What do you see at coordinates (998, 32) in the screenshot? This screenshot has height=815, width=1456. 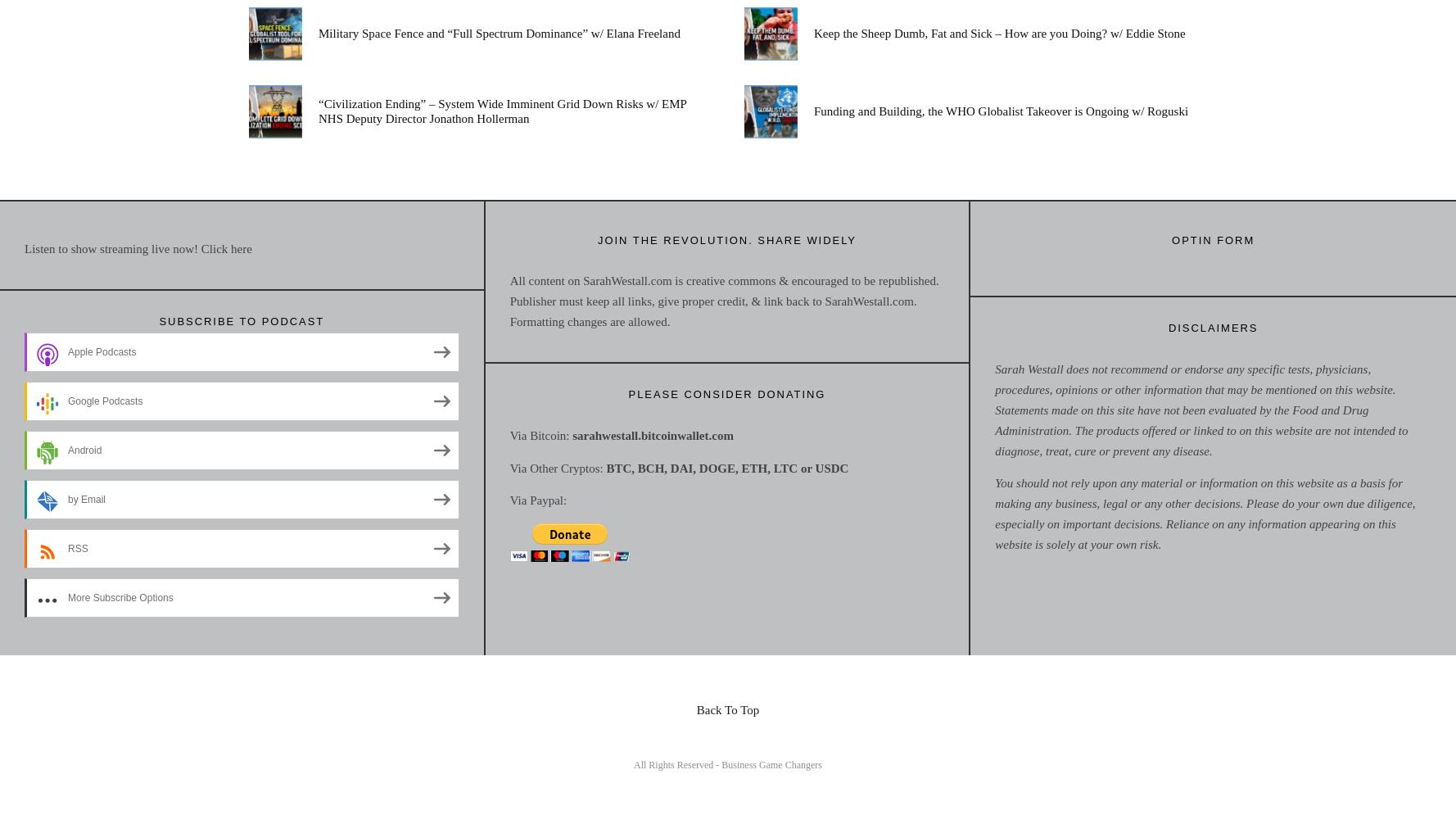 I see `'Keep the Sheep Dumb, Fat and Sick – How are you Doing? w/ Eddie Stone'` at bounding box center [998, 32].